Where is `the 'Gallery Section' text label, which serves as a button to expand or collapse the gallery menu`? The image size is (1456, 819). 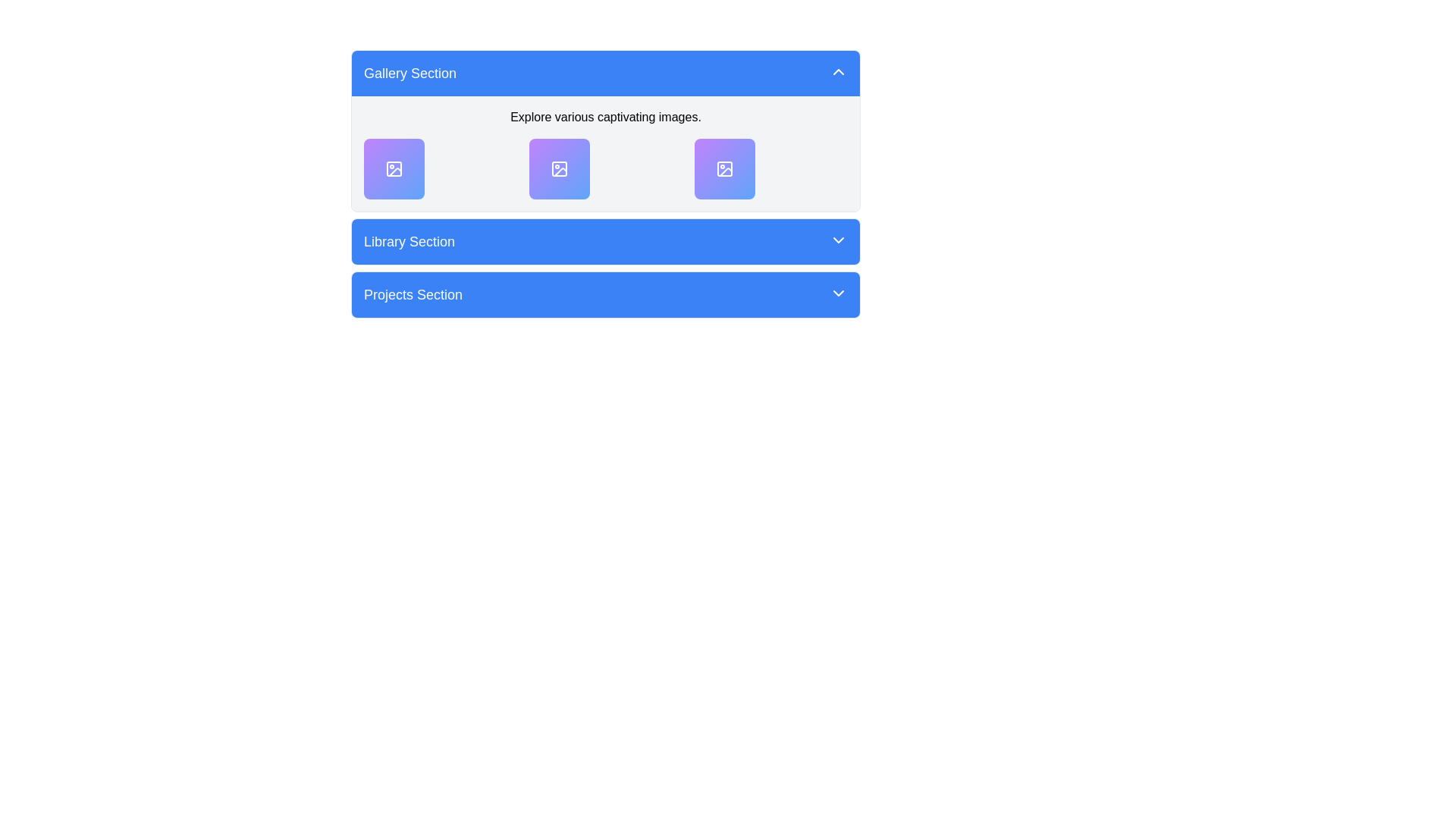 the 'Gallery Section' text label, which serves as a button to expand or collapse the gallery menu is located at coordinates (410, 73).